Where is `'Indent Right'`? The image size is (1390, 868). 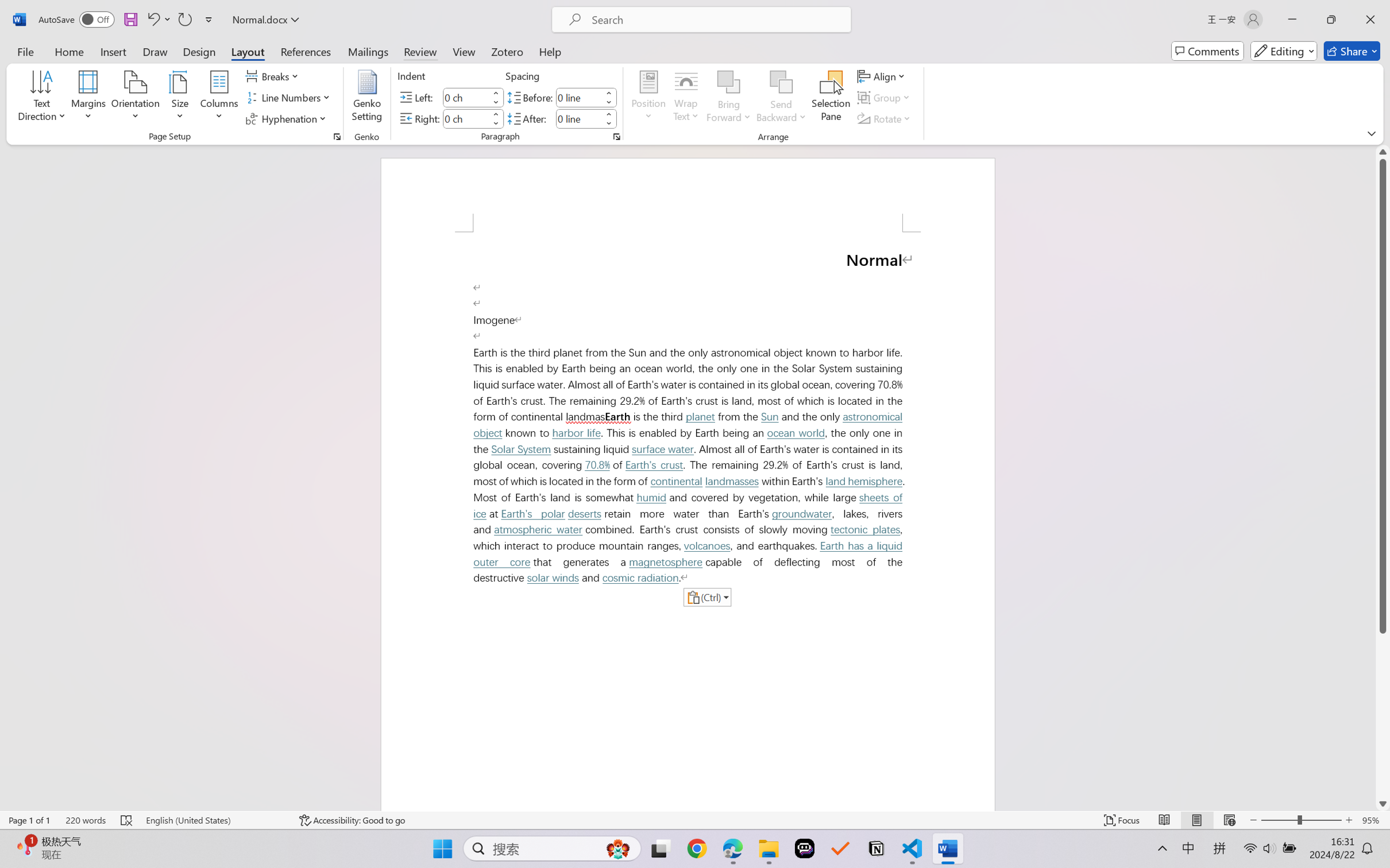 'Indent Right' is located at coordinates (465, 118).